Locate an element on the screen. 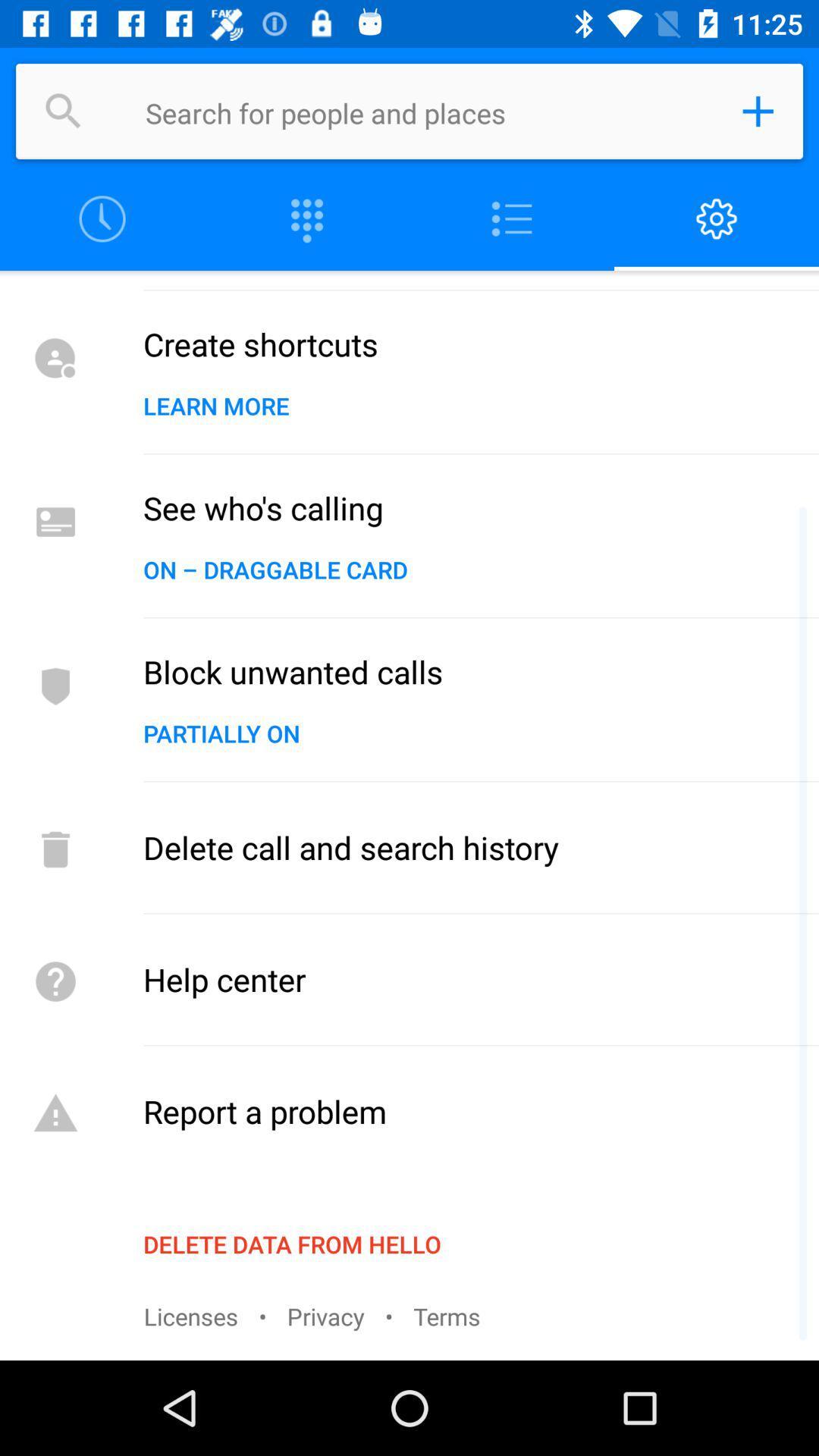 Image resolution: width=819 pixels, height=1456 pixels. privacy is located at coordinates (325, 1315).